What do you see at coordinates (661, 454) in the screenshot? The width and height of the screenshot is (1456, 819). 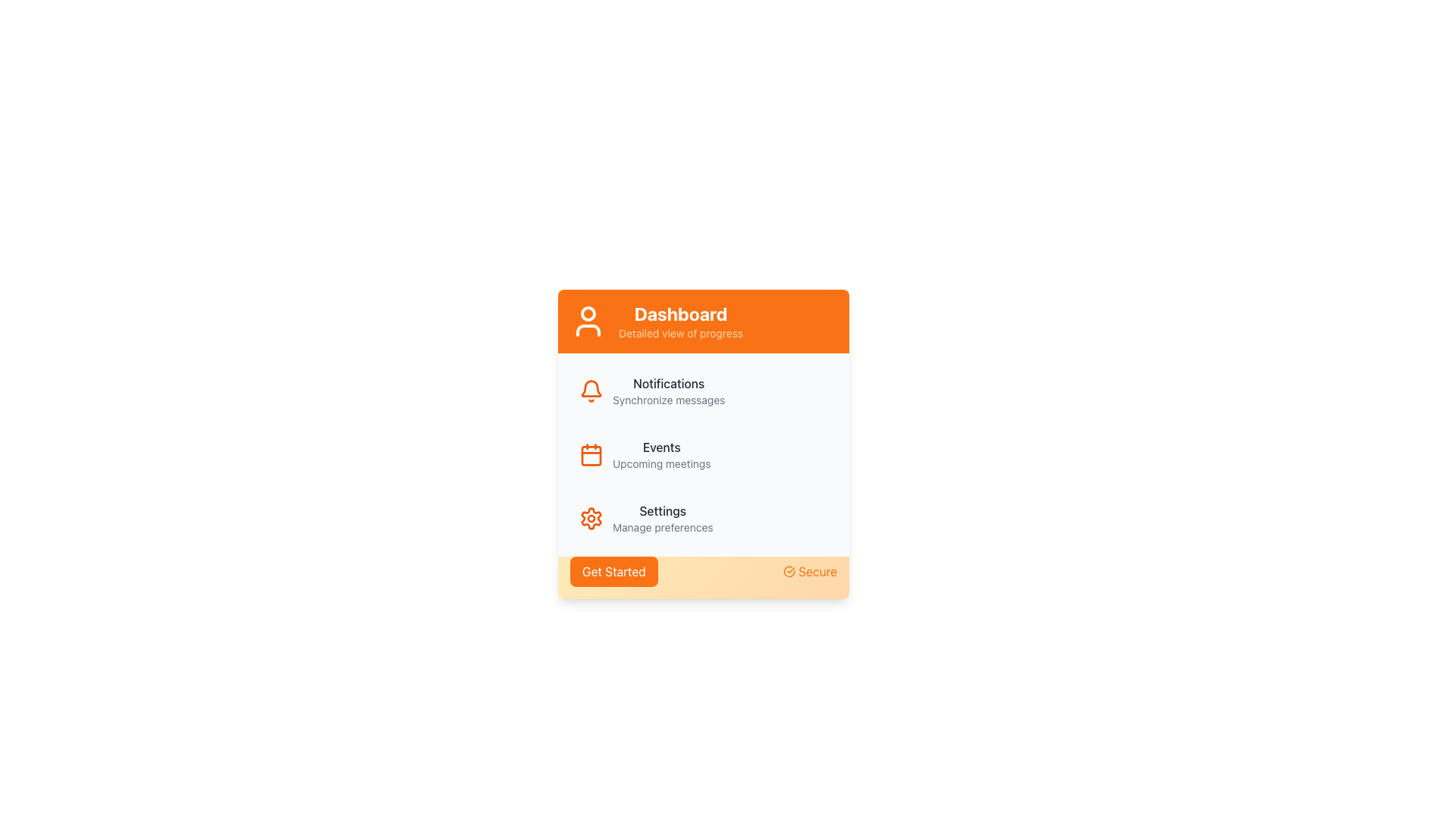 I see `text label that serves as a descriptive heading for upcoming meetings, located between 'Notifications' and 'Settings' in the middle section of the card-like interface` at bounding box center [661, 454].